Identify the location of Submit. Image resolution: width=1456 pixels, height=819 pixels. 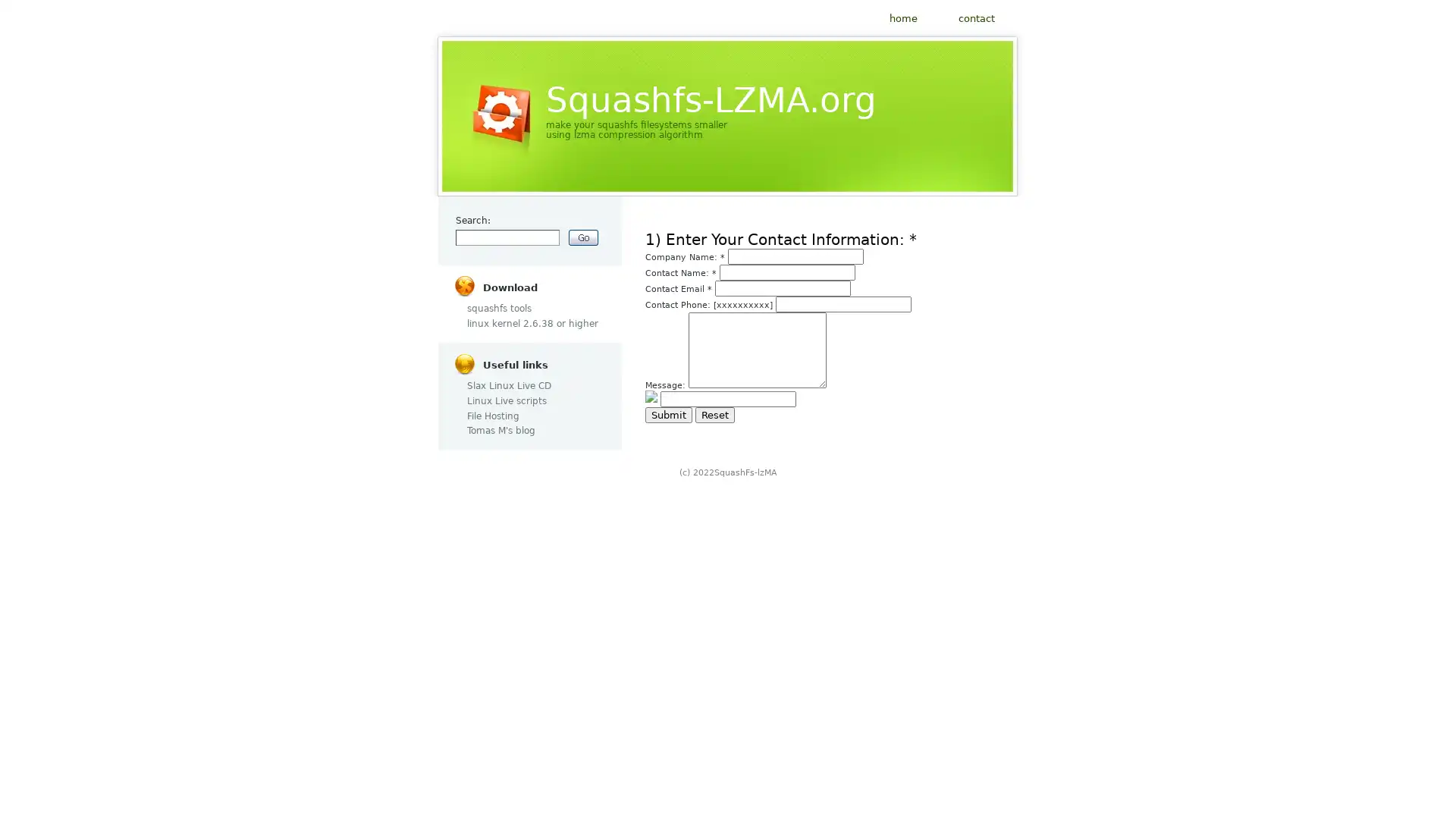
(668, 414).